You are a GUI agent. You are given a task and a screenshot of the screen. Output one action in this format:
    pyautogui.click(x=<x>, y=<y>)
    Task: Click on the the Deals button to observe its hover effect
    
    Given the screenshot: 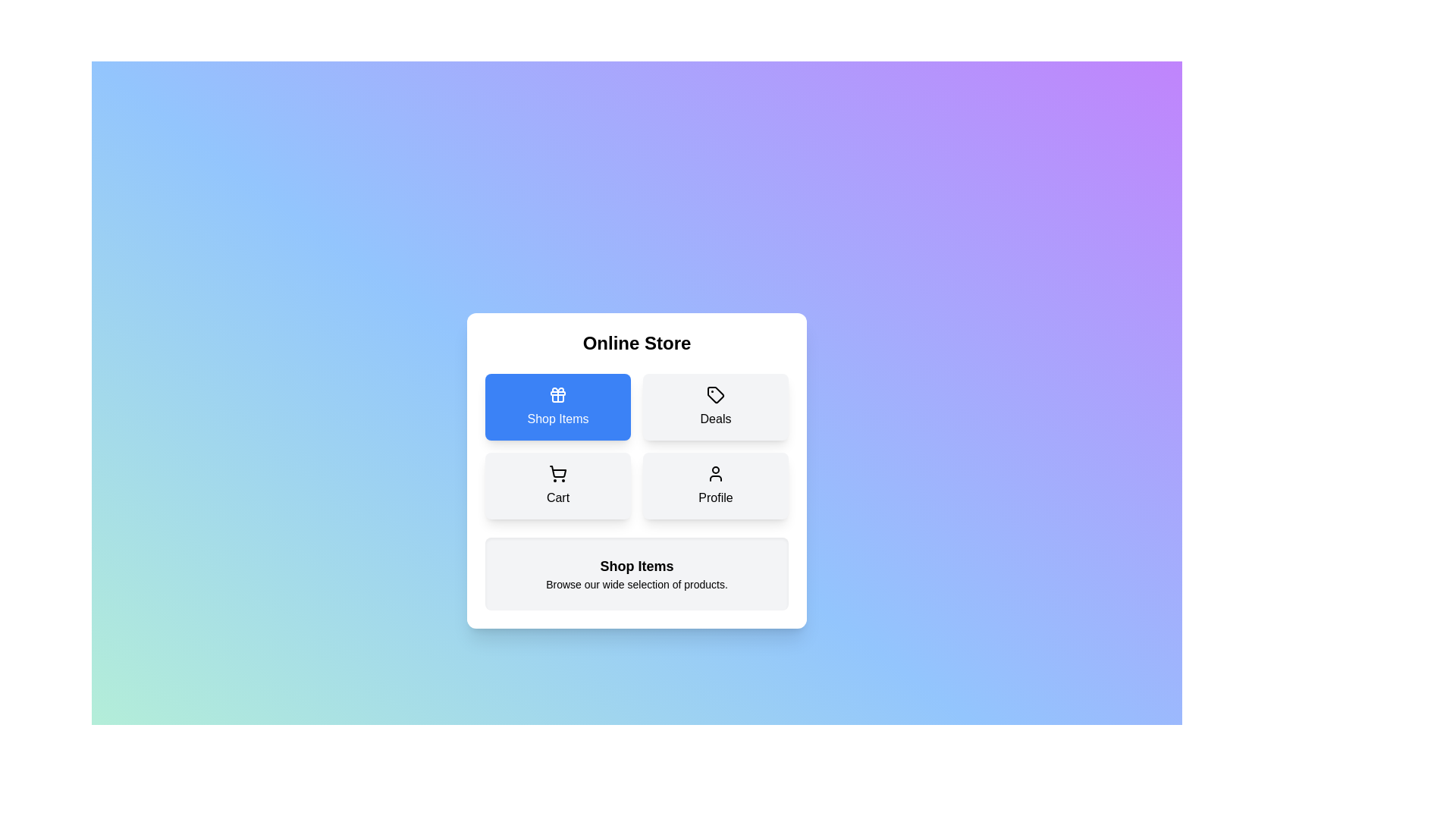 What is the action you would take?
    pyautogui.click(x=715, y=406)
    